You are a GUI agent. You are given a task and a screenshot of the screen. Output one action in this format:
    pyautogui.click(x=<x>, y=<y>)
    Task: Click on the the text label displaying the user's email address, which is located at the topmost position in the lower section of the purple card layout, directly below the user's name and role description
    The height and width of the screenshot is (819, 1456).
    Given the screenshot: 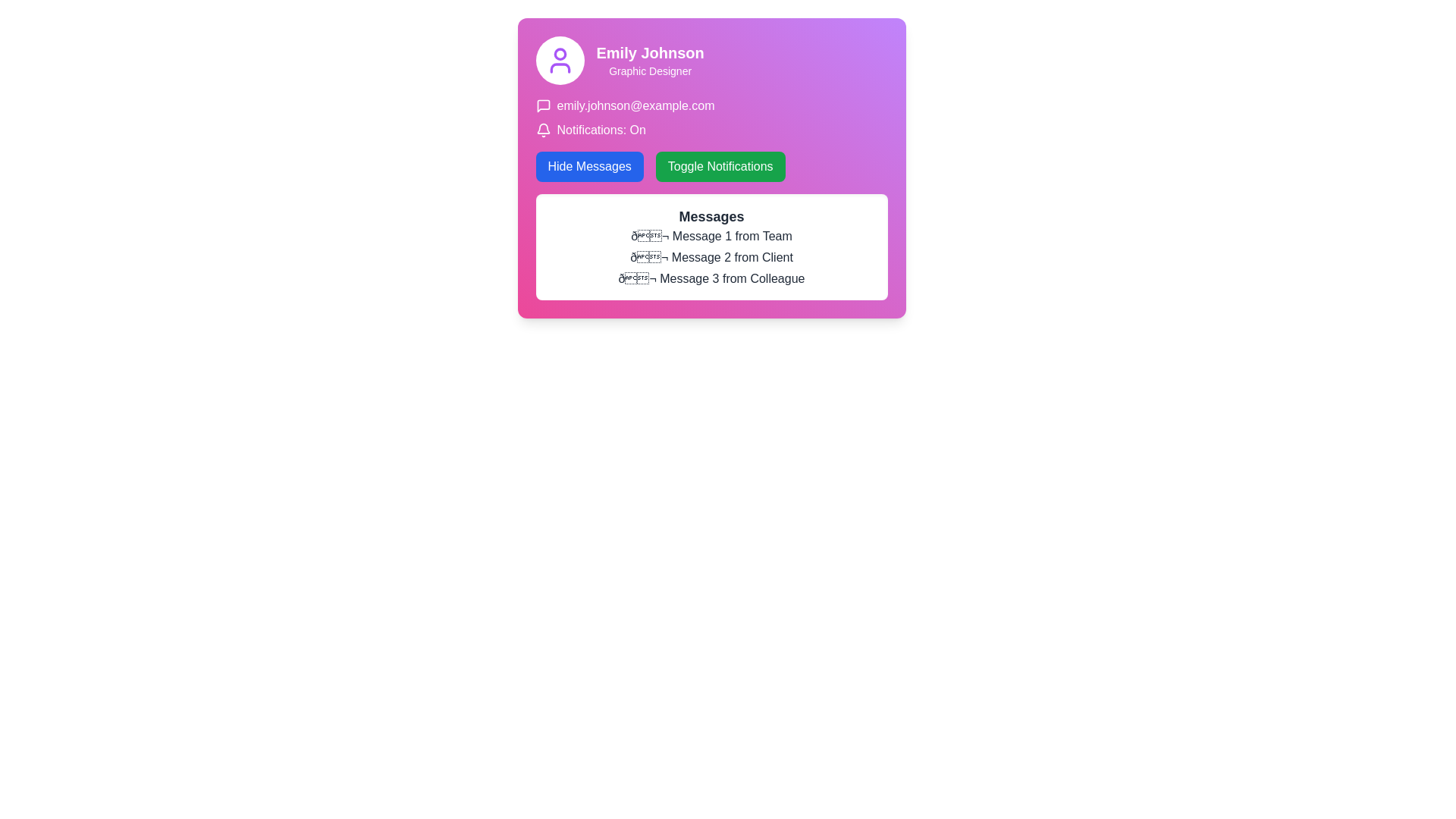 What is the action you would take?
    pyautogui.click(x=711, y=105)
    